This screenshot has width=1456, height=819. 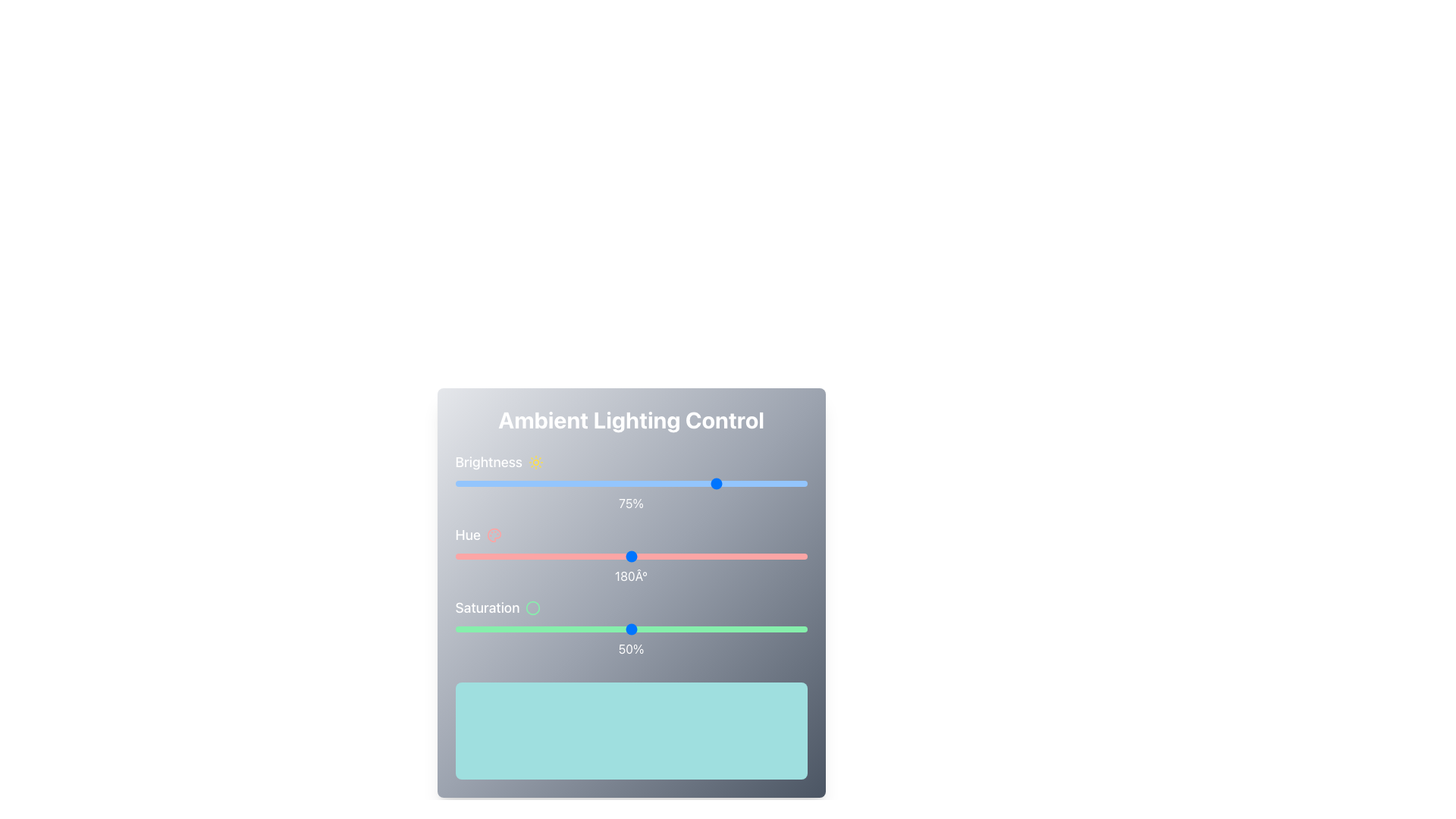 What do you see at coordinates (482, 629) in the screenshot?
I see `saturation` at bounding box center [482, 629].